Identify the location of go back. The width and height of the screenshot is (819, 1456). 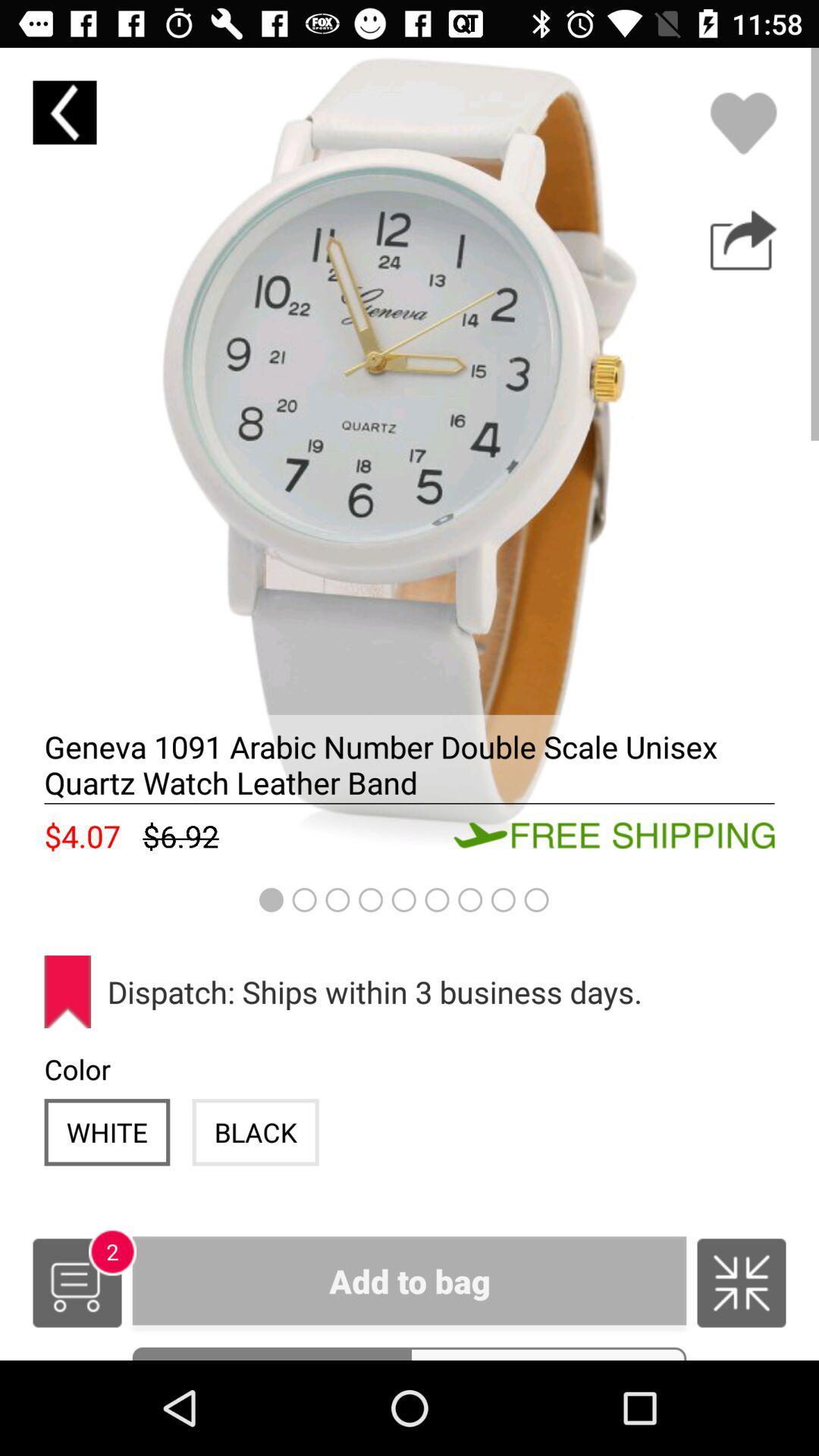
(64, 111).